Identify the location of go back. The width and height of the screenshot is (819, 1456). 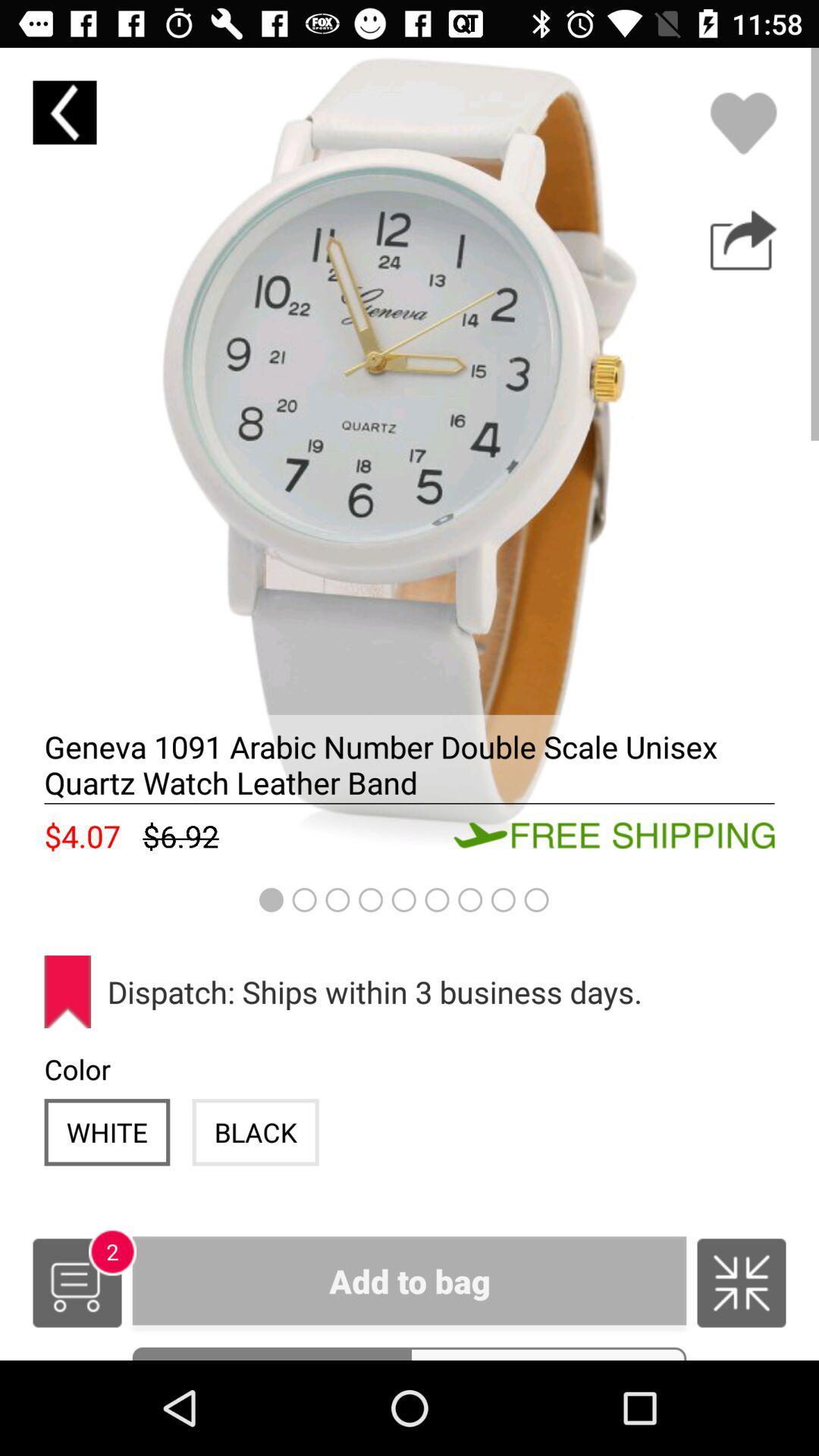
(64, 111).